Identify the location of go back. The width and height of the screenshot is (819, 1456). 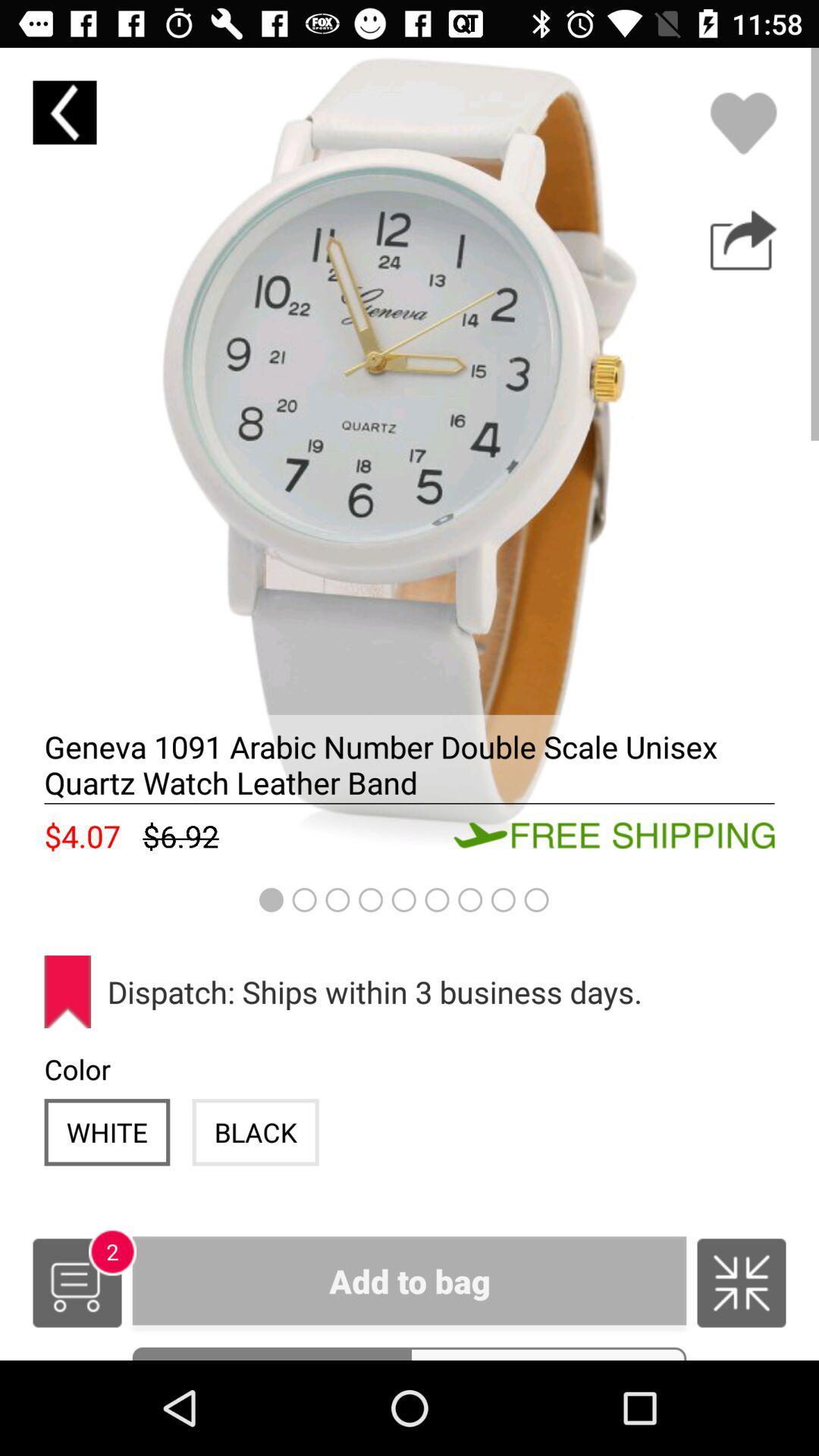
(64, 111).